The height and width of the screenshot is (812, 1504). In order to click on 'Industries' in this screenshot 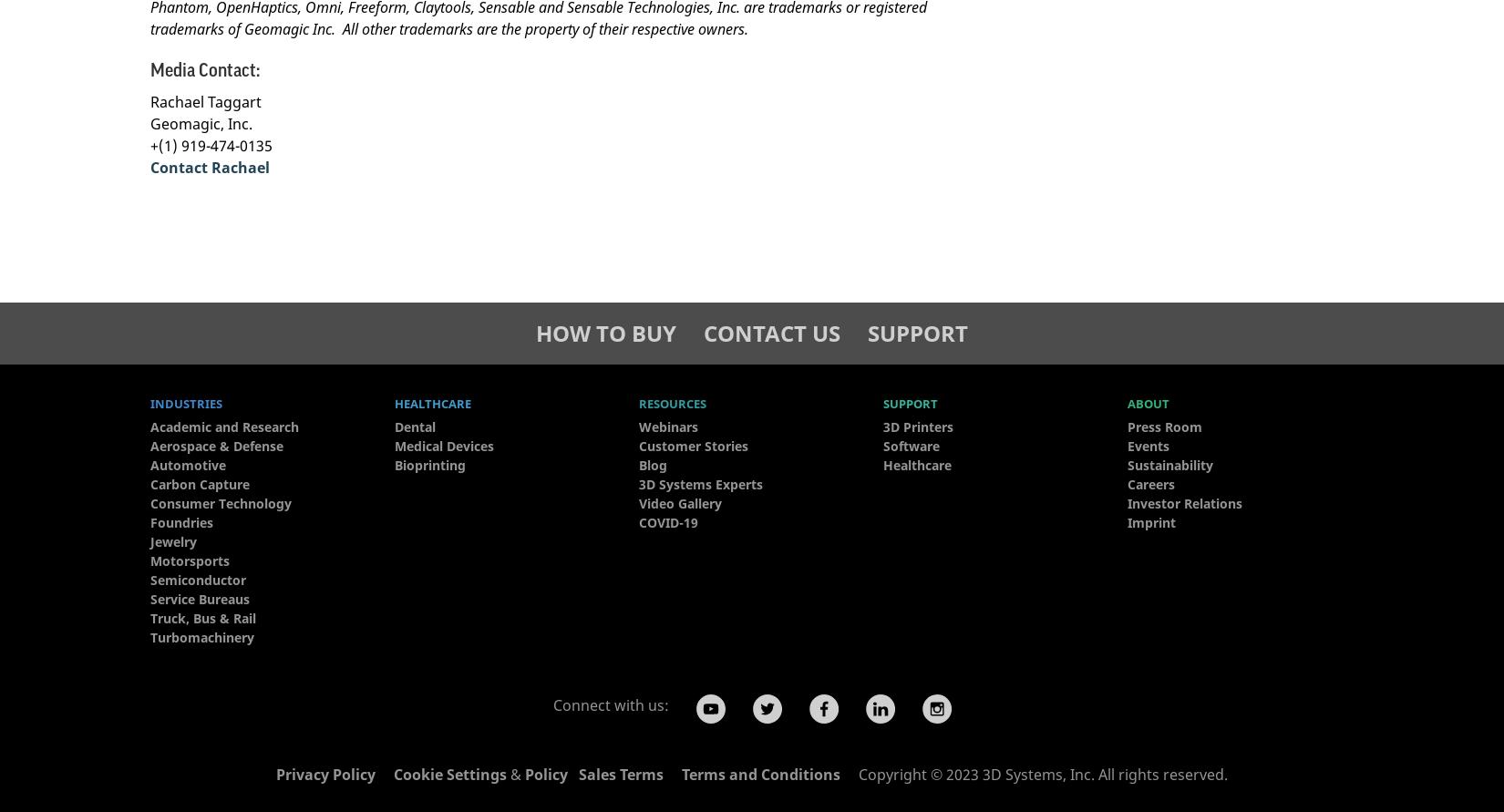, I will do `click(186, 404)`.